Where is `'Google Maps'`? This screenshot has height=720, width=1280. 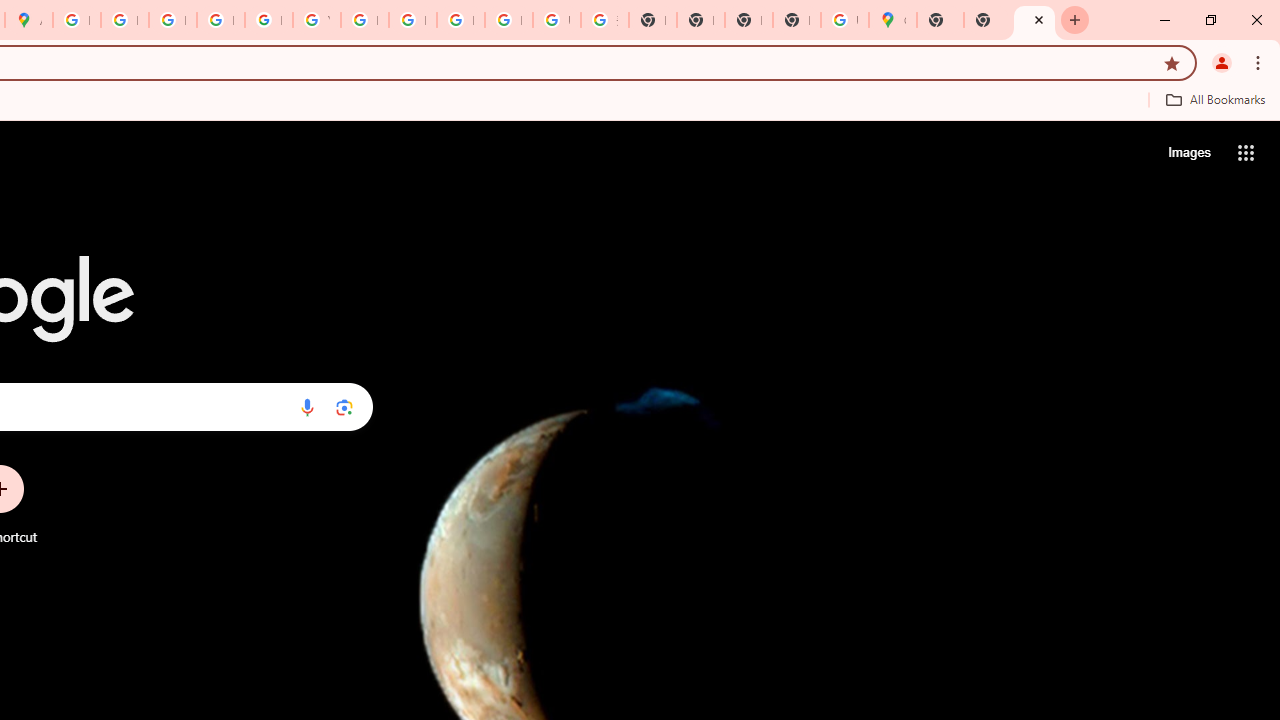
'Google Maps' is located at coordinates (891, 20).